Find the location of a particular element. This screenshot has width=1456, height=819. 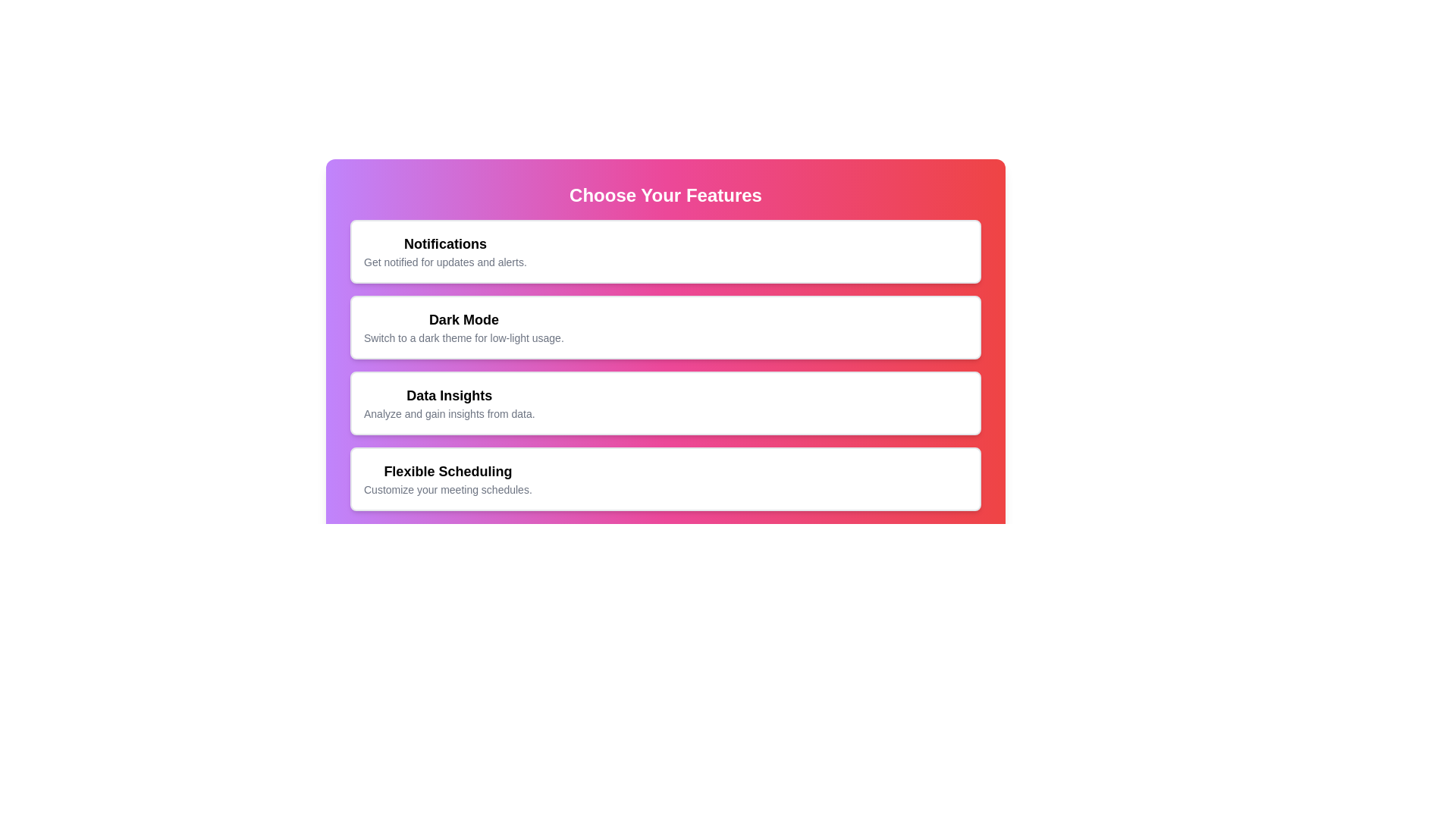

the title and description of the 'Dark Mode' feature, which is the second item in a vertical list between 'Notifications' and 'Data Insights' is located at coordinates (463, 327).